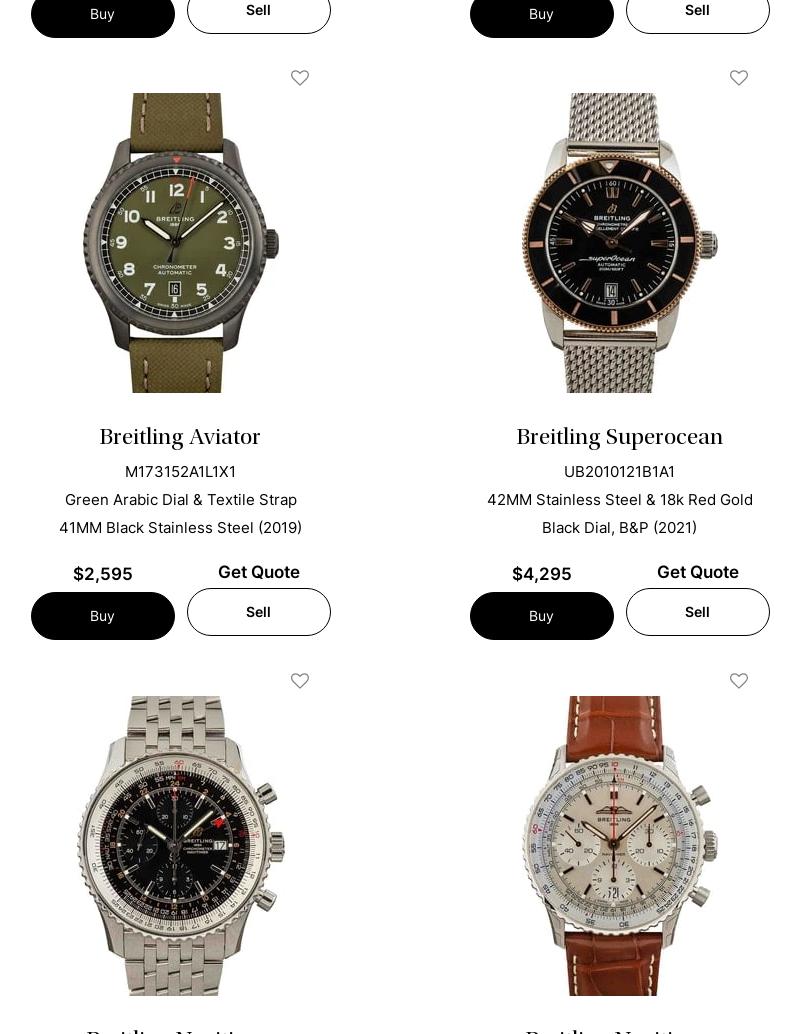 Image resolution: width=800 pixels, height=1034 pixels. What do you see at coordinates (393, 293) in the screenshot?
I see `'It is also a luxurious fashion accessory that has graced many wrists since its establishment in 1884. Whether you are a Breitling watch enthusiast or are new to the world of luxury watches, pre-owned Breitling watches from Bob's Watches will not disappoint. Browse our collection now!'` at bounding box center [393, 293].